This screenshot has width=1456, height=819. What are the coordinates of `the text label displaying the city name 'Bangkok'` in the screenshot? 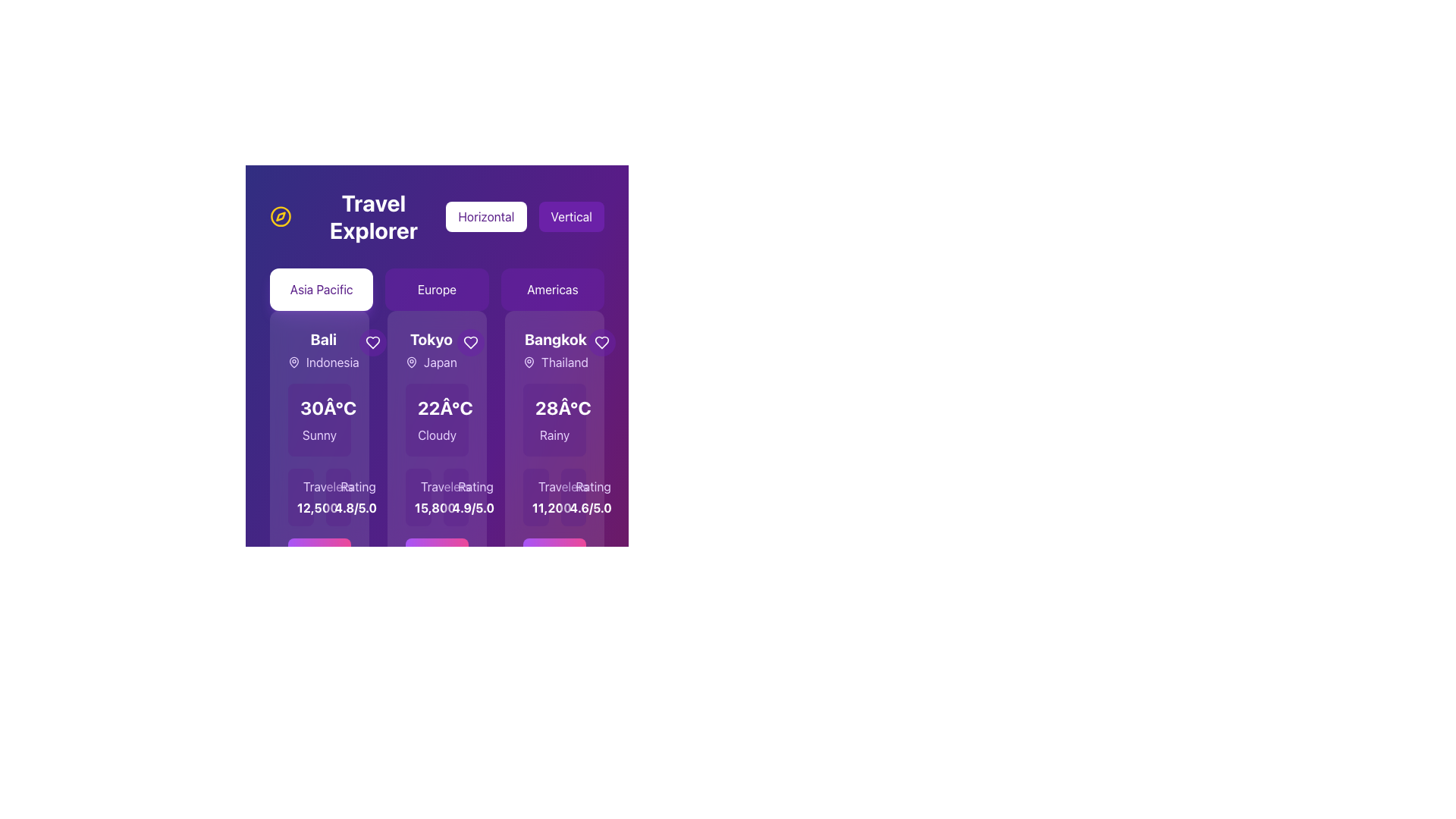 It's located at (554, 338).